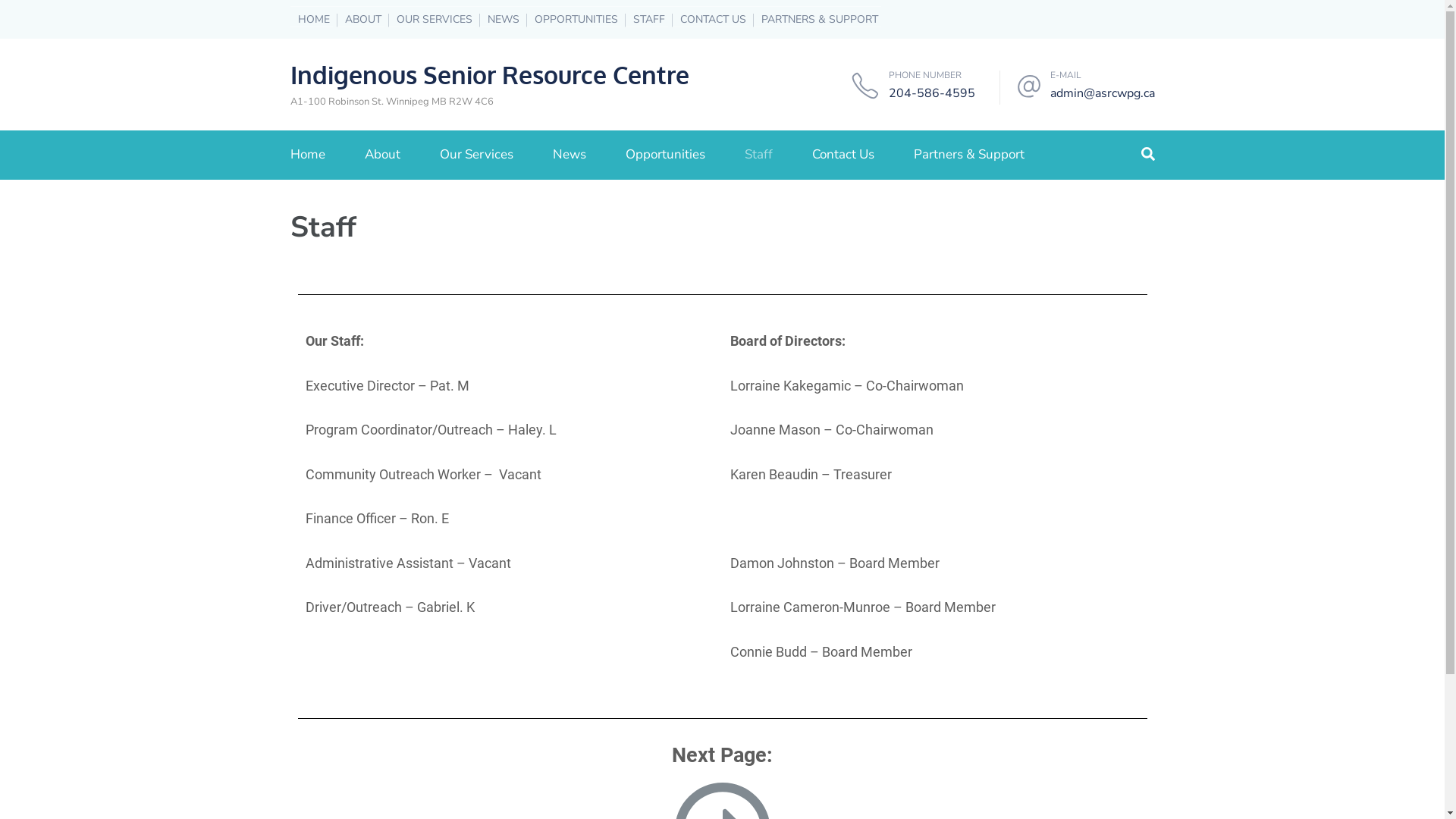 The image size is (1456, 819). What do you see at coordinates (930, 93) in the screenshot?
I see `'204-586-4595'` at bounding box center [930, 93].